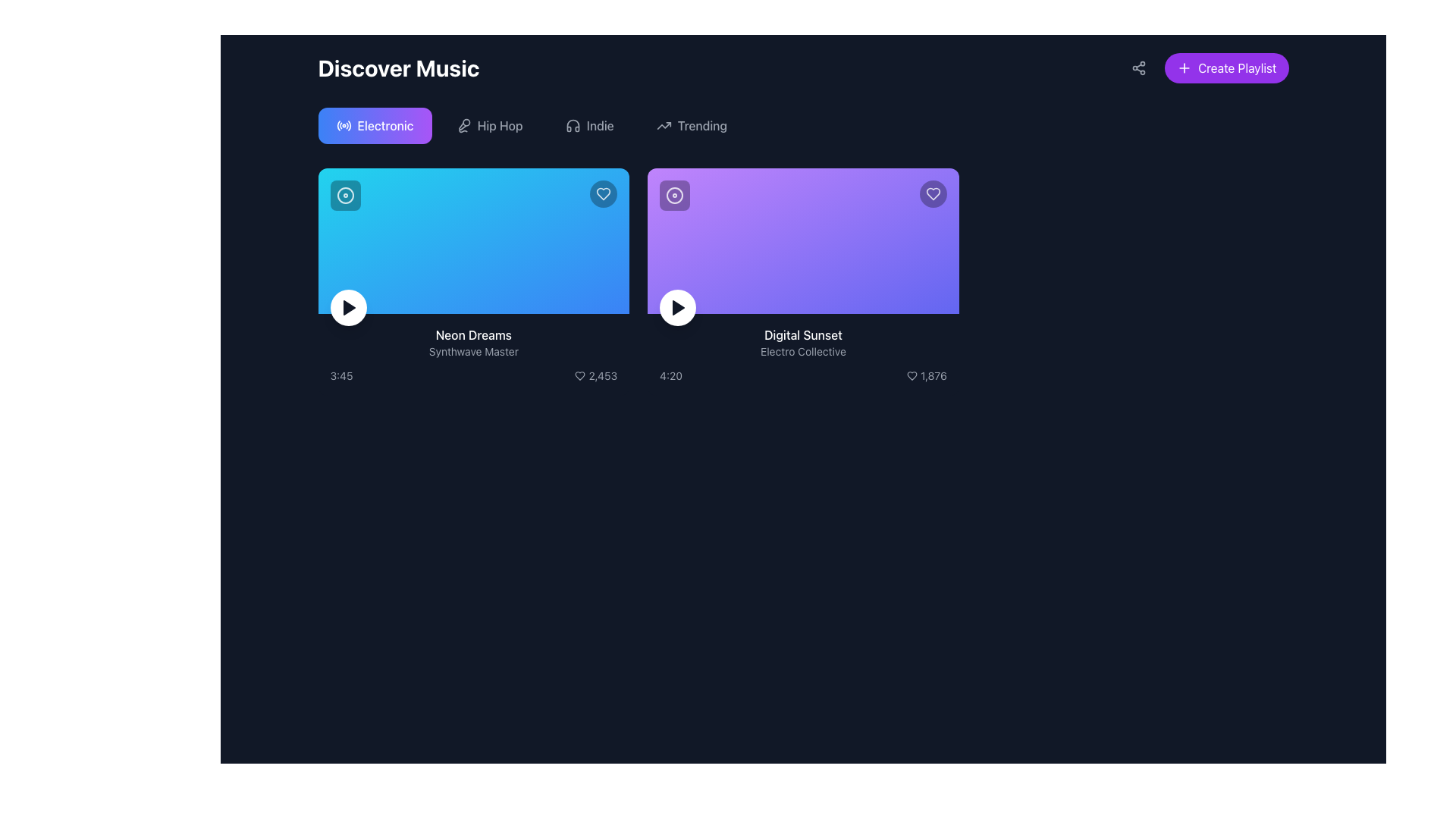  What do you see at coordinates (603, 193) in the screenshot?
I see `the circular like button with a heart-shaped outline located at the top-right corner of the 'Neon Dreams' blue card` at bounding box center [603, 193].